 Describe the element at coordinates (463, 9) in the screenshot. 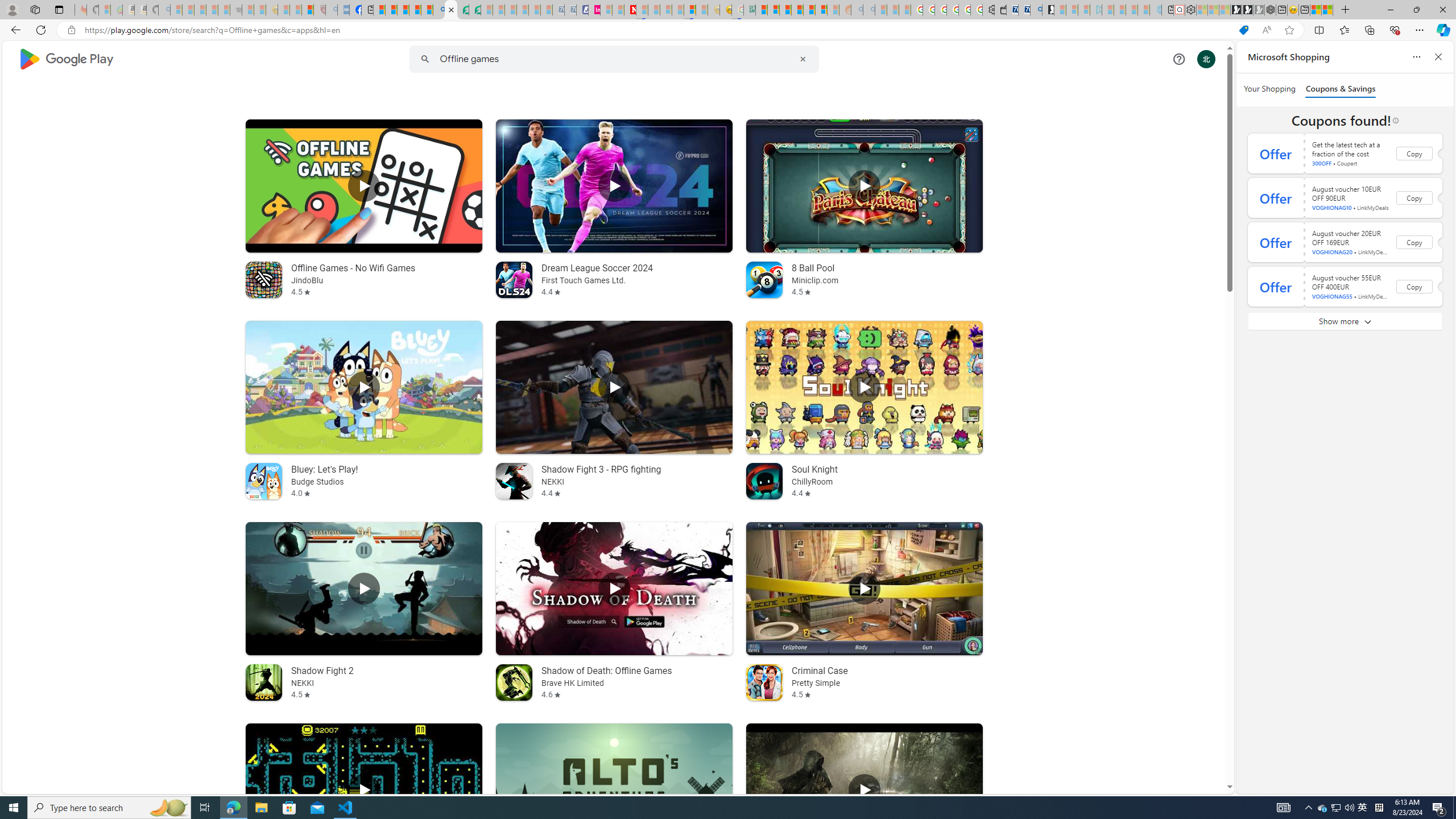

I see `'Terms of Use Agreement'` at that location.